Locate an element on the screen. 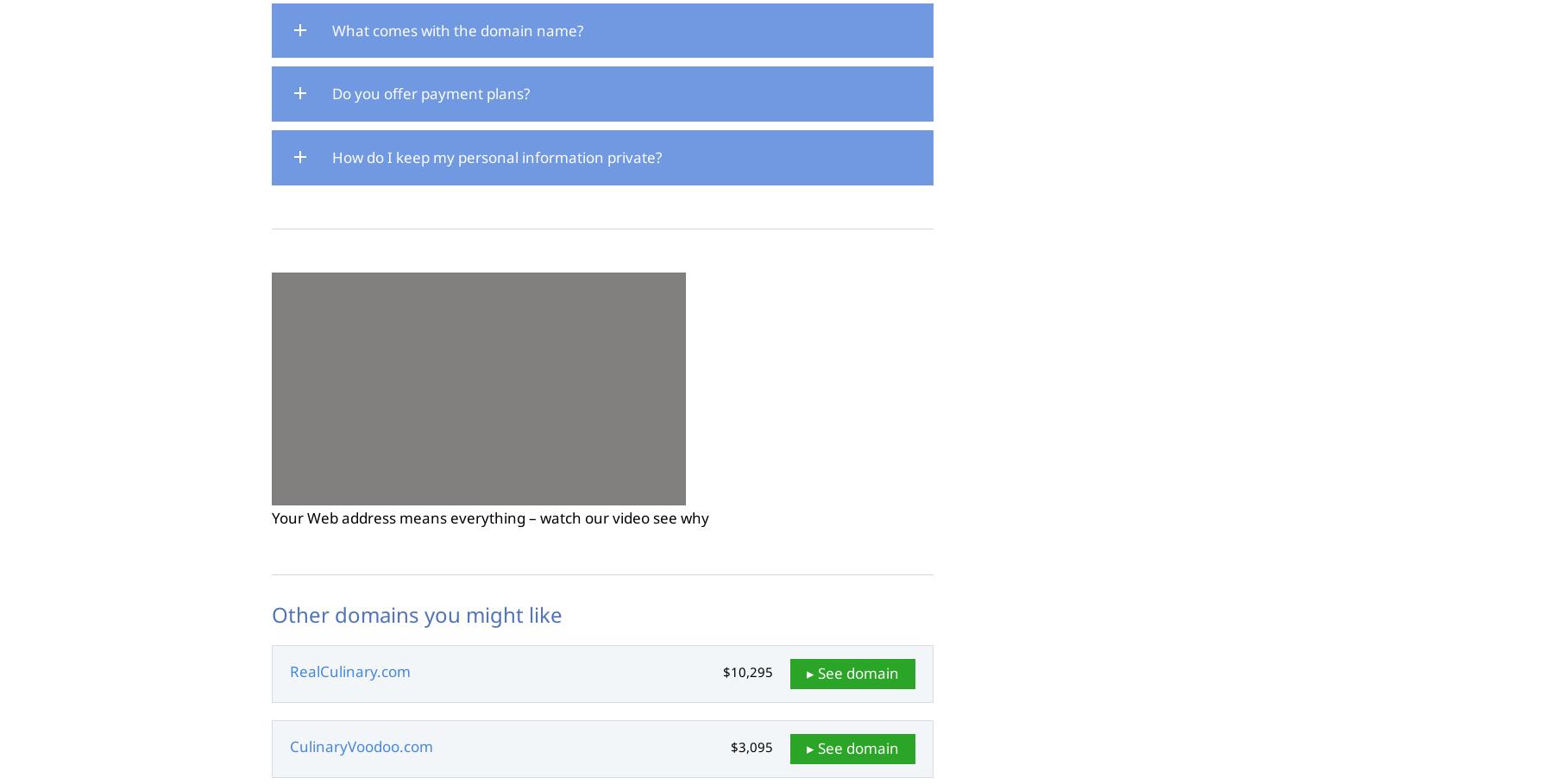 The height and width of the screenshot is (784, 1553). 'Your Web address means everything – watch our video see why' is located at coordinates (490, 517).